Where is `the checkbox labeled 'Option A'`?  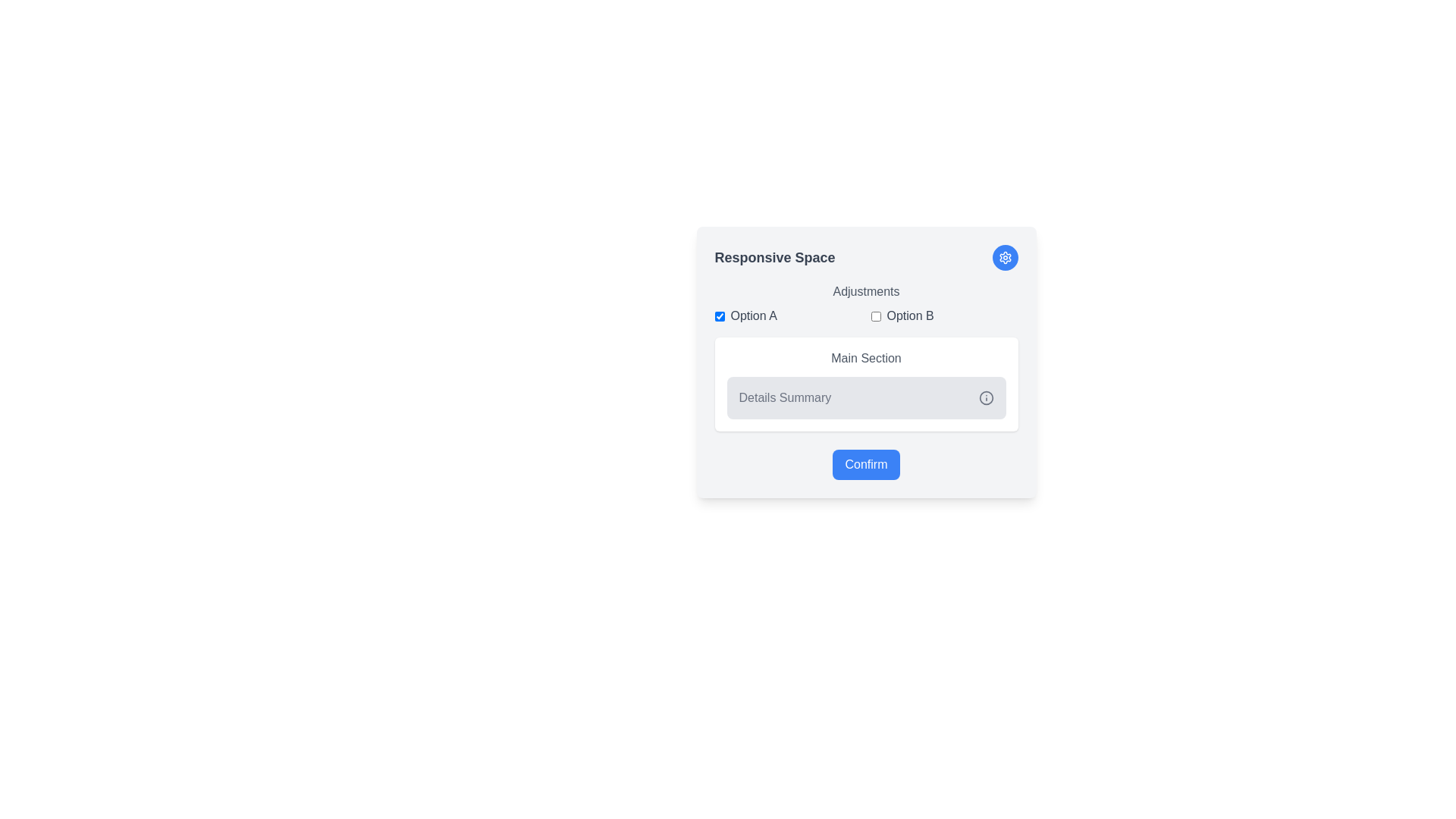 the checkbox labeled 'Option A' is located at coordinates (788, 315).